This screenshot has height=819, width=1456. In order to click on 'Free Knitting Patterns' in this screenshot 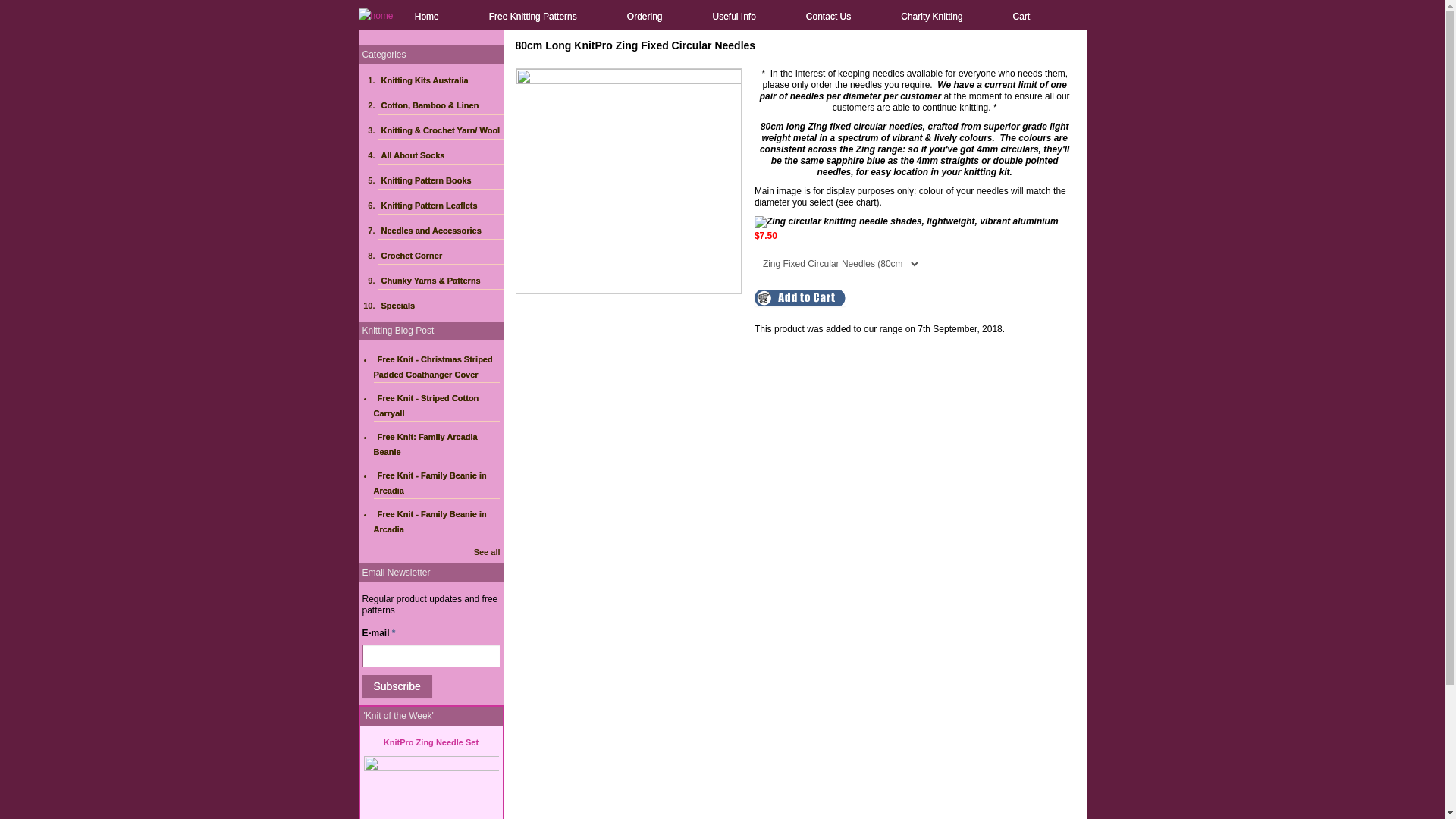, I will do `click(532, 17)`.